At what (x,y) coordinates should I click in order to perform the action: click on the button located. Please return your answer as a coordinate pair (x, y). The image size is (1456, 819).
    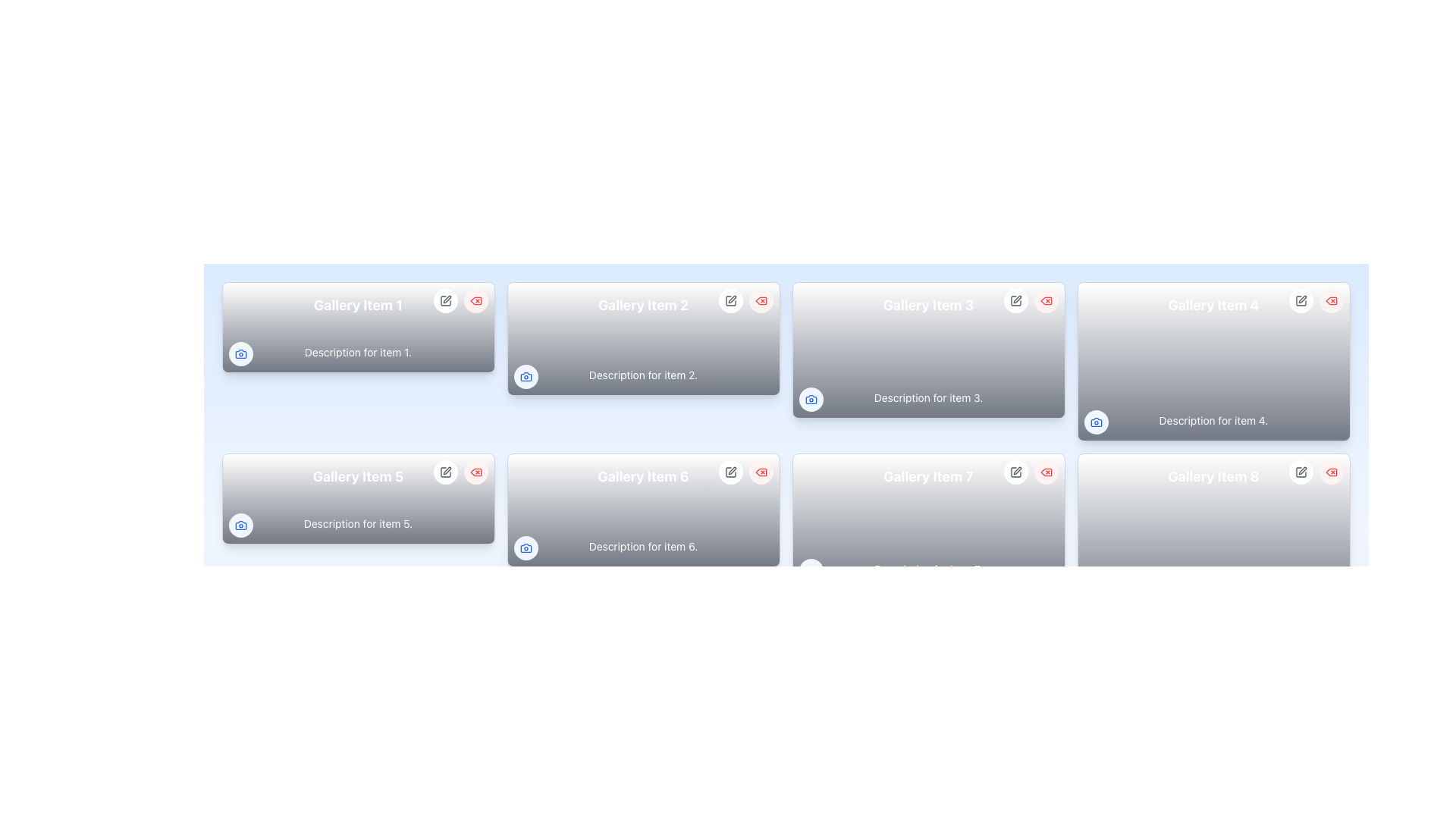
    Looking at the image, I should click on (240, 525).